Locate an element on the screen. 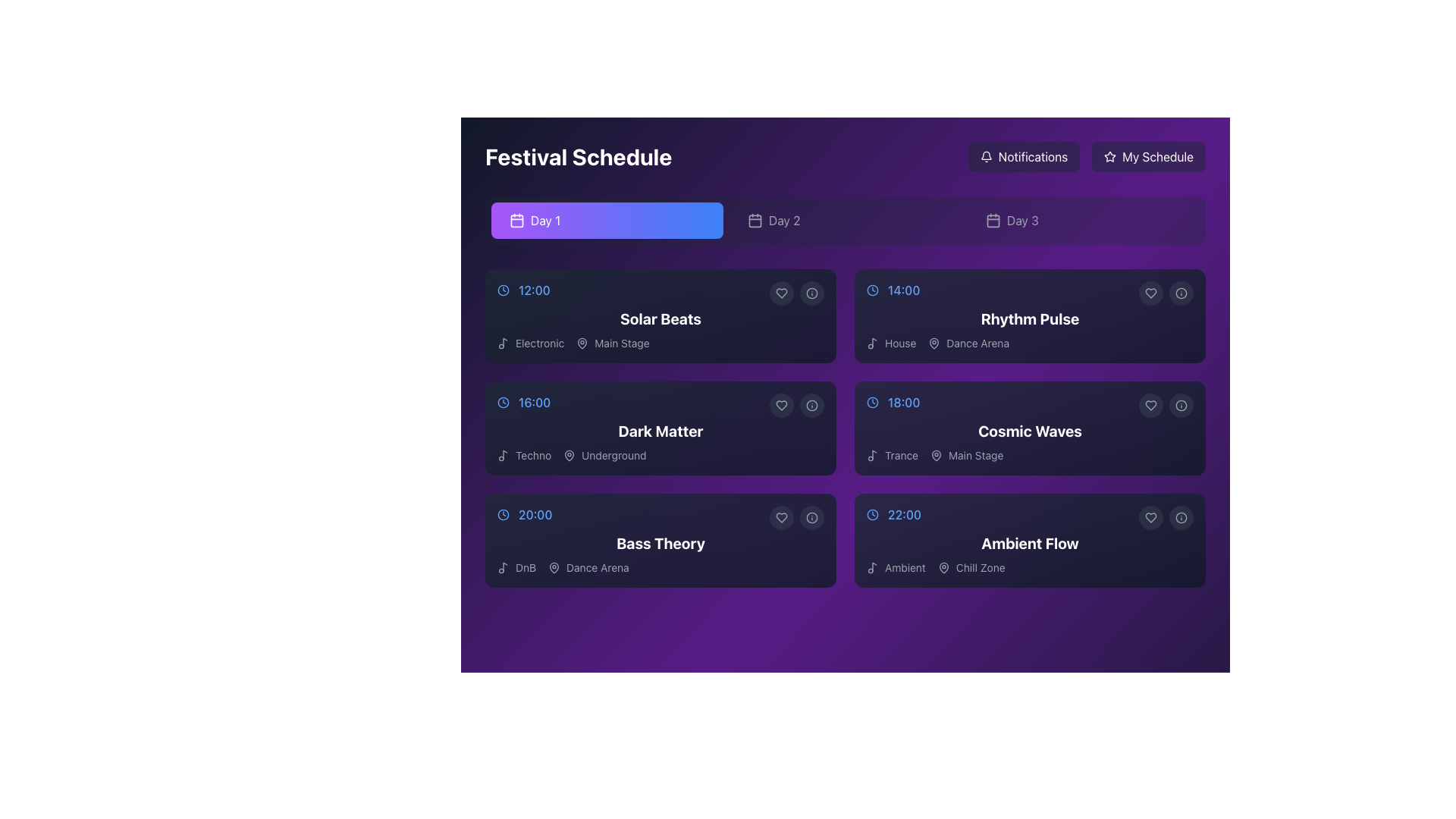 This screenshot has height=819, width=1456. the calendar icon located to the left of the 'Day 2' text in the schedule selection button is located at coordinates (755, 220).